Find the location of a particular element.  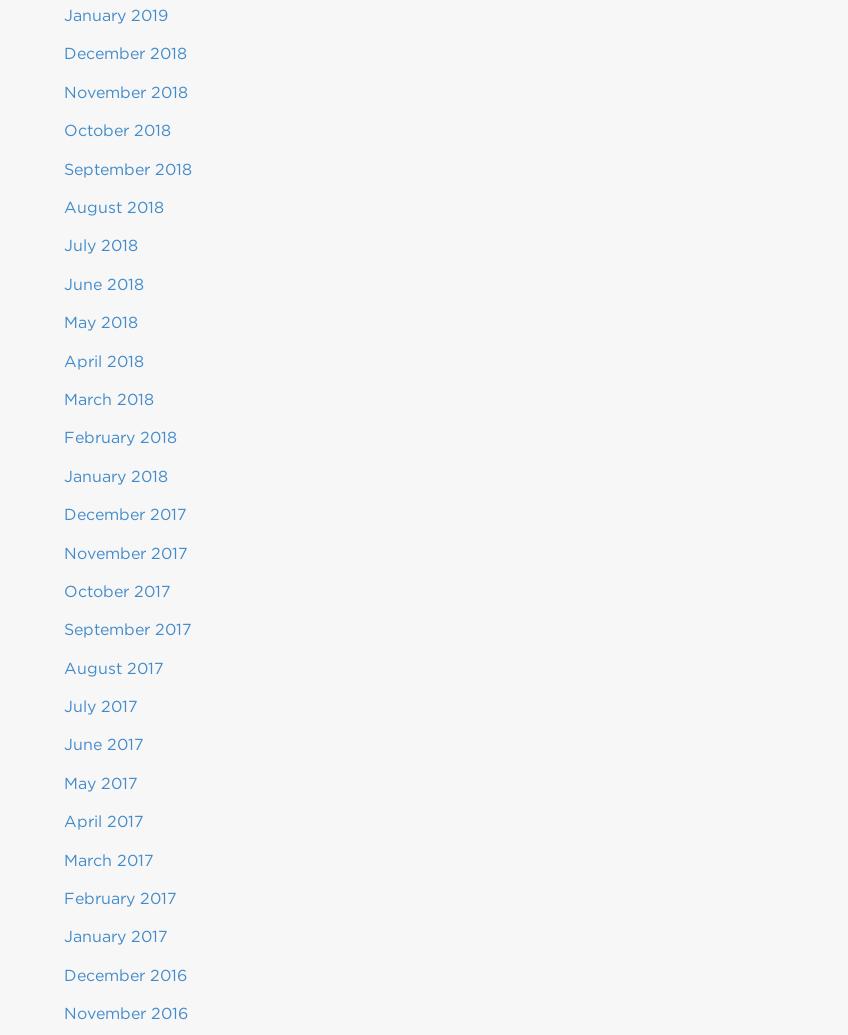

'January 2019' is located at coordinates (115, 15).